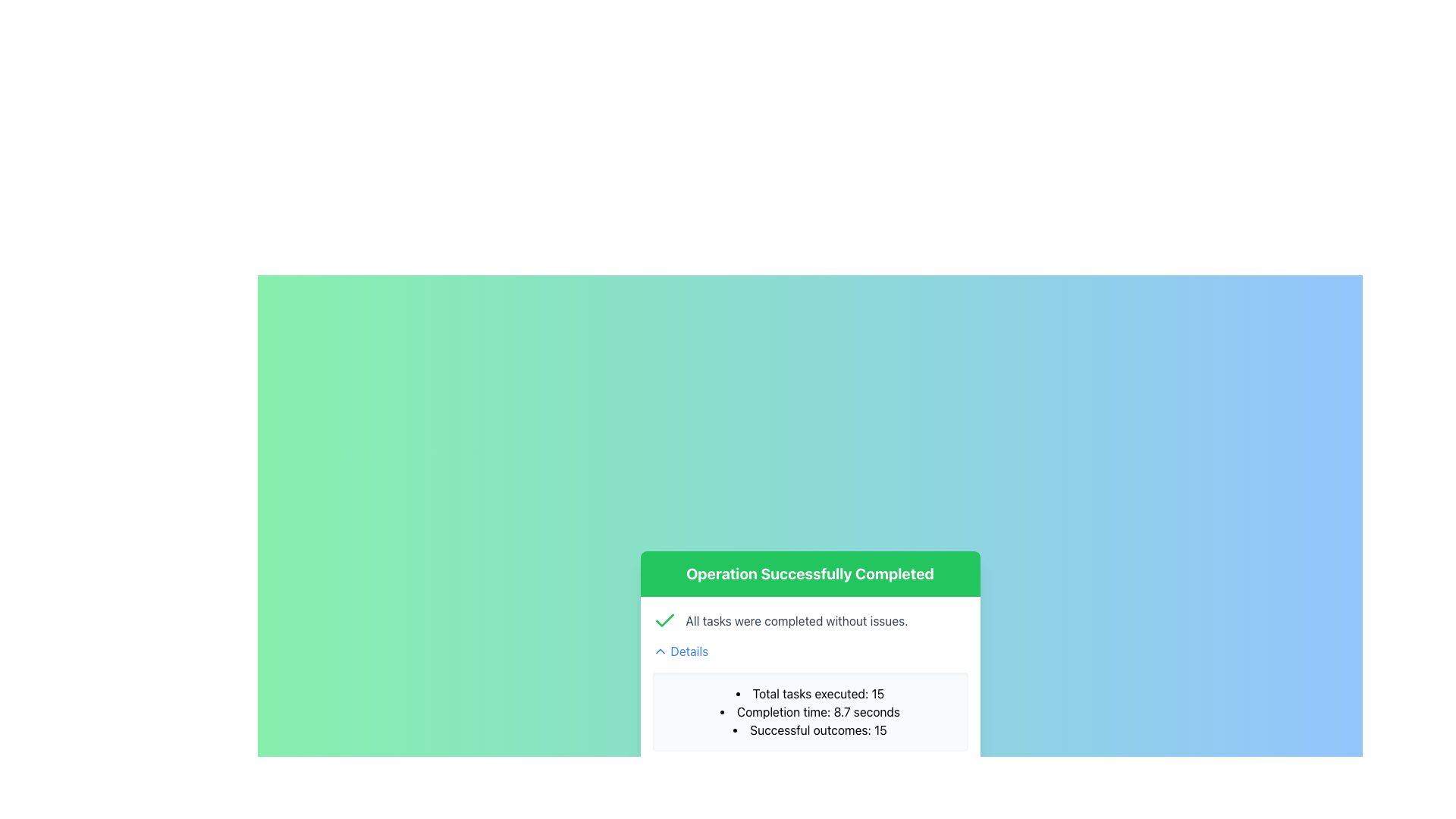 Image resolution: width=1456 pixels, height=819 pixels. I want to click on static text label that displays 'Operation Successfully Completed', which is a bold heading in white on a bright green background, centered in the upper-middle region of the content area, so click(809, 573).